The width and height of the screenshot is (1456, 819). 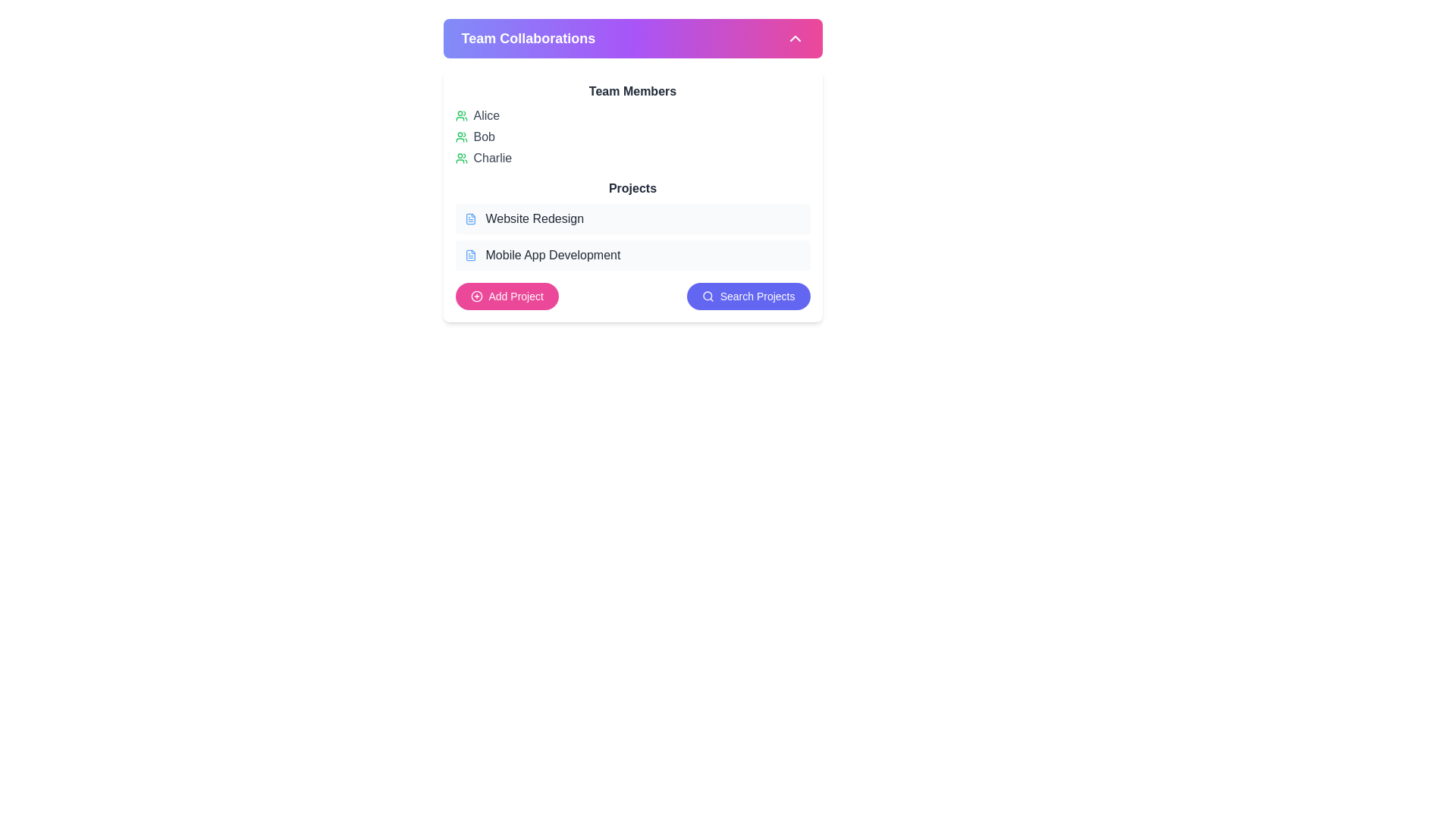 What do you see at coordinates (706, 296) in the screenshot?
I see `the inner circular part of the search icon, which symbolizes search functionality` at bounding box center [706, 296].